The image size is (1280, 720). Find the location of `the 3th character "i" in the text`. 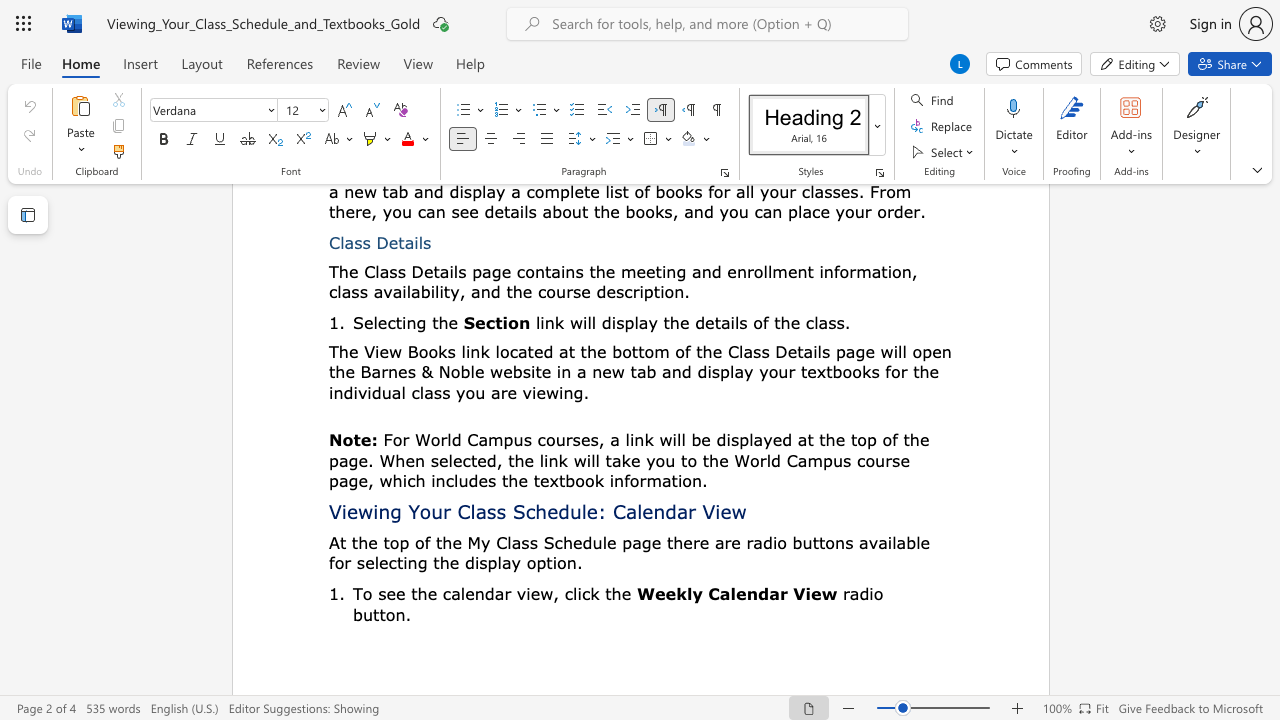

the 3th character "i" in the text is located at coordinates (717, 510).